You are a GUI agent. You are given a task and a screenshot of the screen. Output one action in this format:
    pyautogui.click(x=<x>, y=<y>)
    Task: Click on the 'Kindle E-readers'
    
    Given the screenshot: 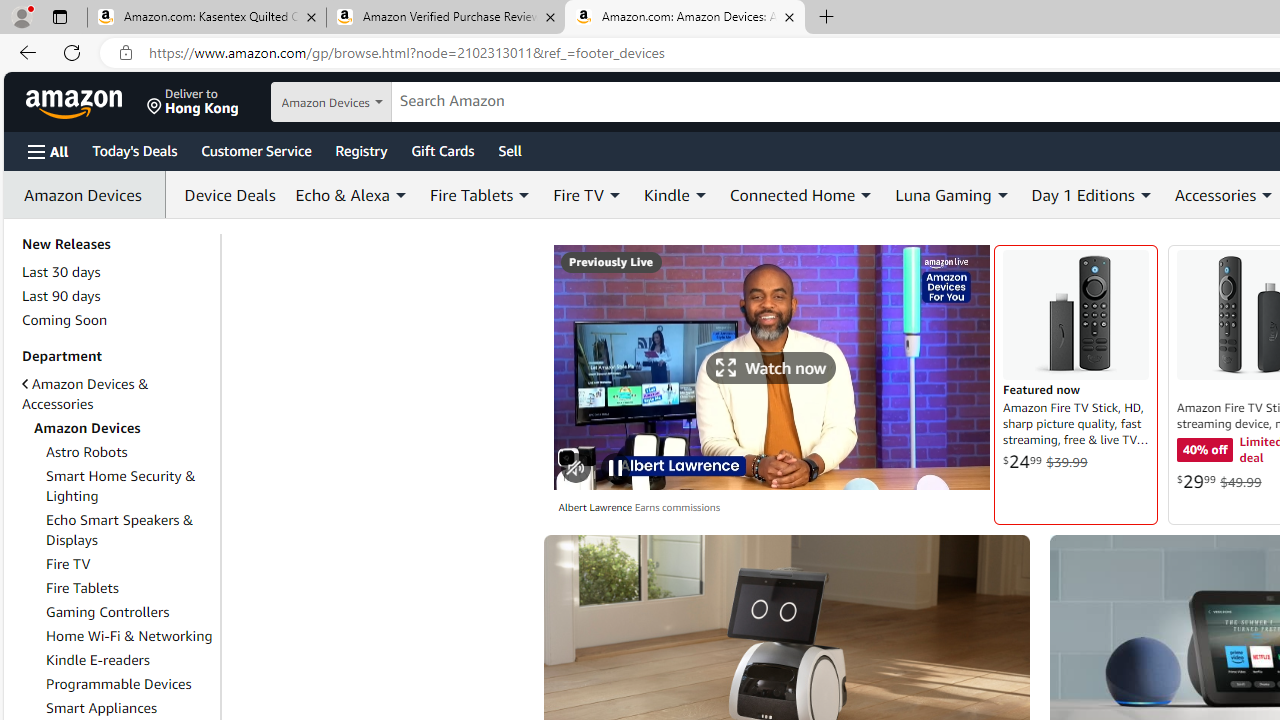 What is the action you would take?
    pyautogui.click(x=96, y=659)
    